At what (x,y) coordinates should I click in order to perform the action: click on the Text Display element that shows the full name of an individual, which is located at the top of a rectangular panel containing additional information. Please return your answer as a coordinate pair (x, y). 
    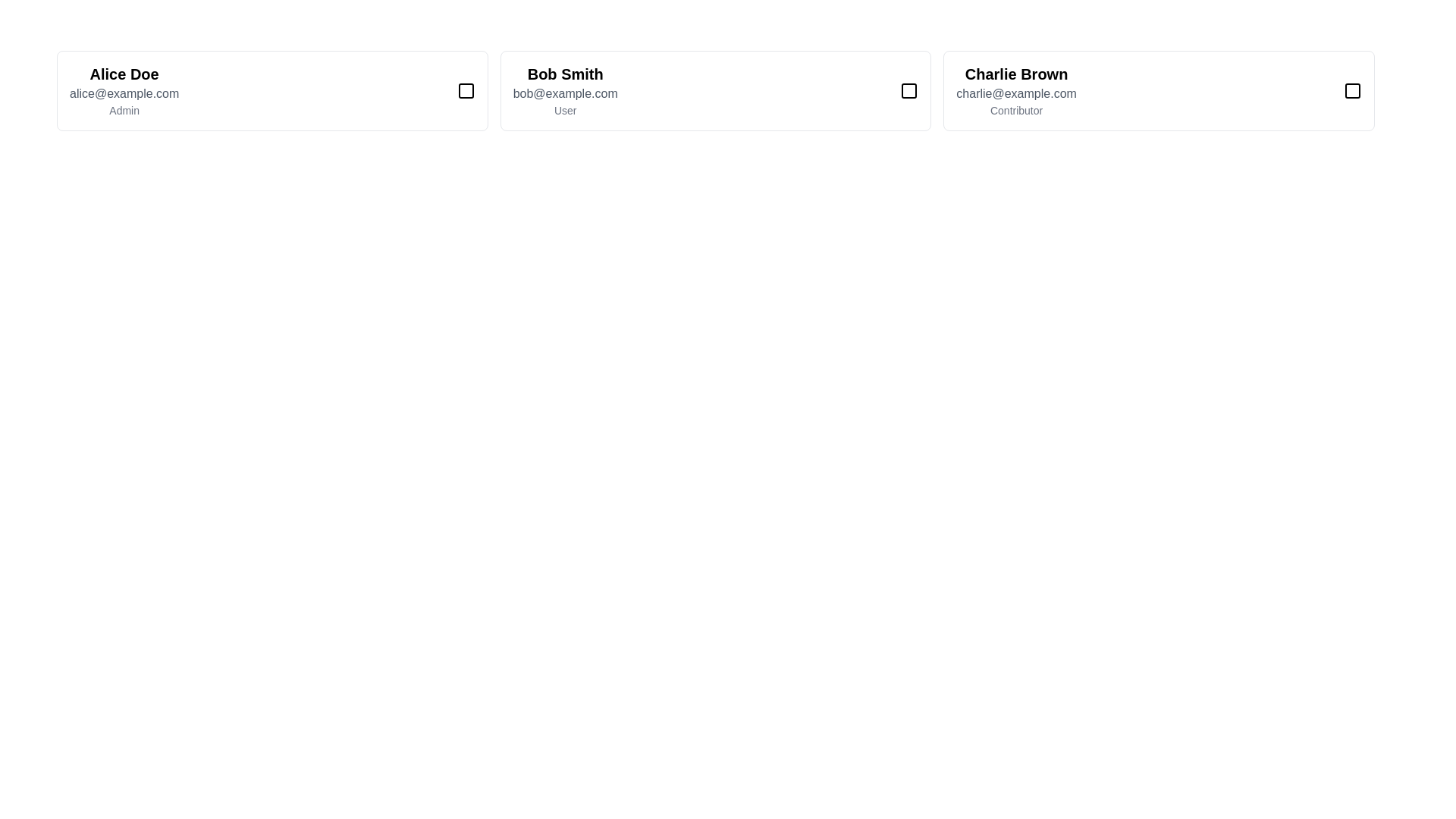
    Looking at the image, I should click on (1016, 74).